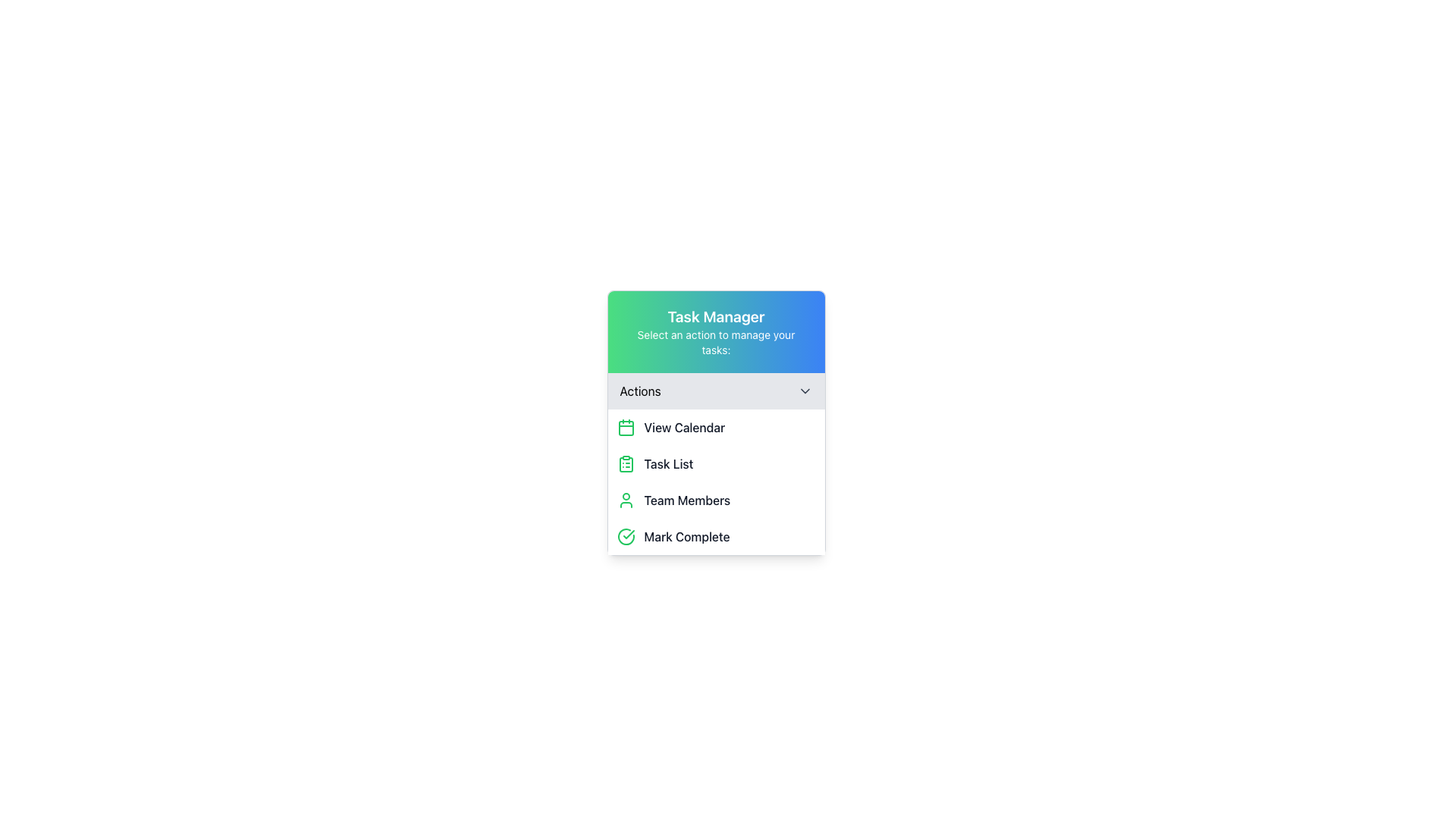 This screenshot has height=819, width=1456. I want to click on the first clickable list item in the 'Task Manager' pop-up menu, which features a green calendar icon and the text 'View Calendar', so click(715, 427).